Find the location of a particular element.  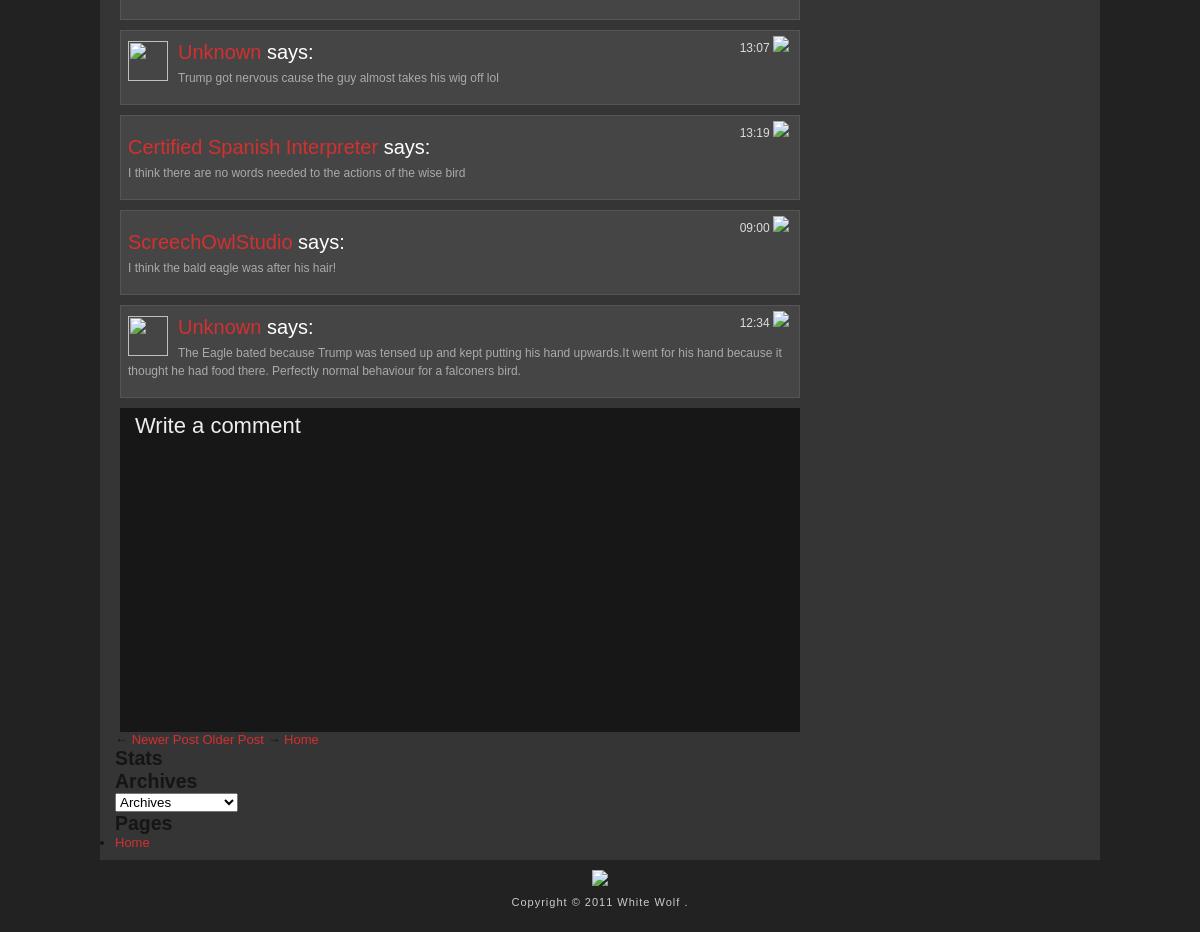

'Write a comment' is located at coordinates (216, 424).